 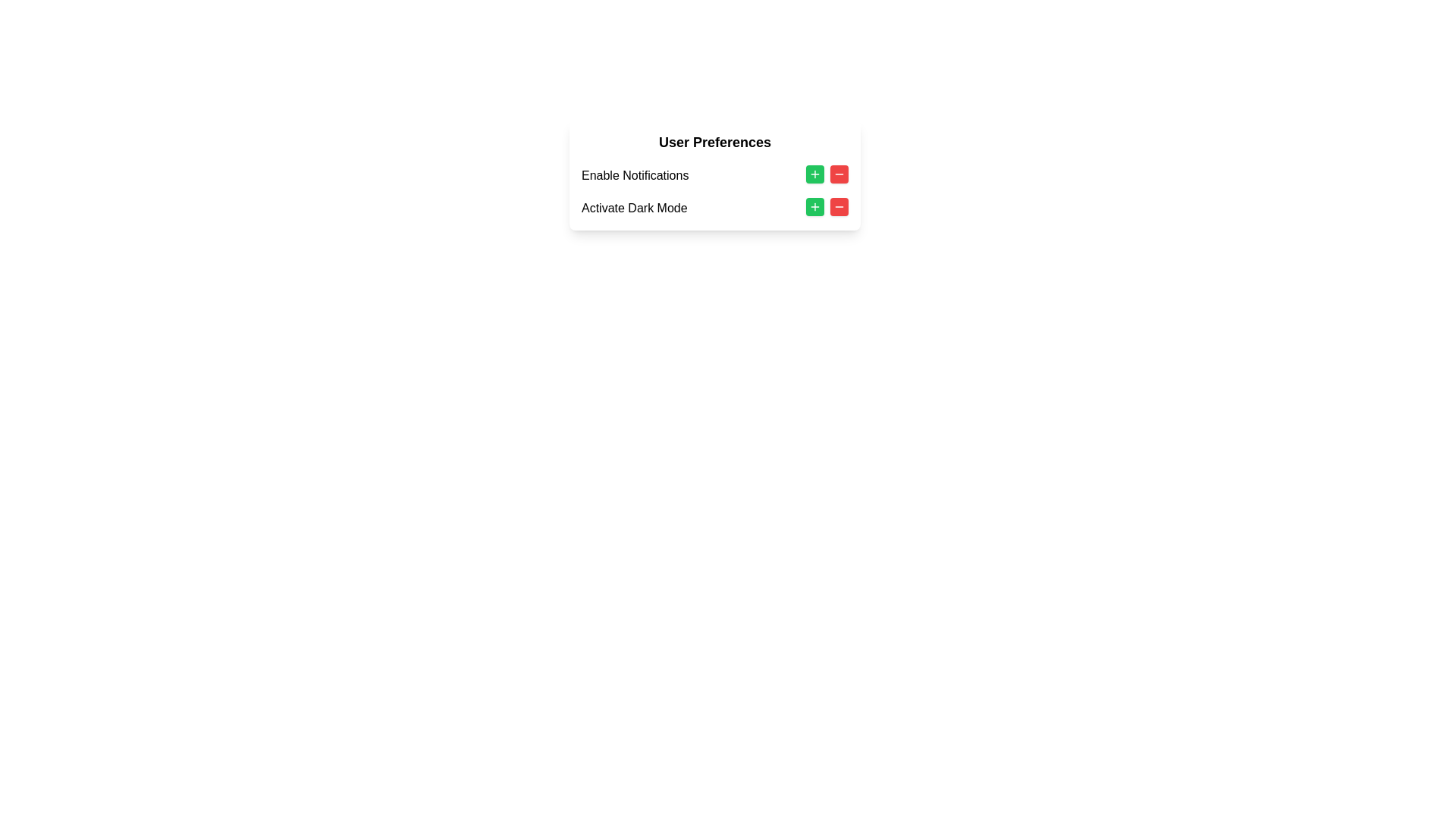 I want to click on the red square button with a minus sign icon to decrement a value or toggle off the corresponding setting for 'Enable Notifications', so click(x=839, y=174).